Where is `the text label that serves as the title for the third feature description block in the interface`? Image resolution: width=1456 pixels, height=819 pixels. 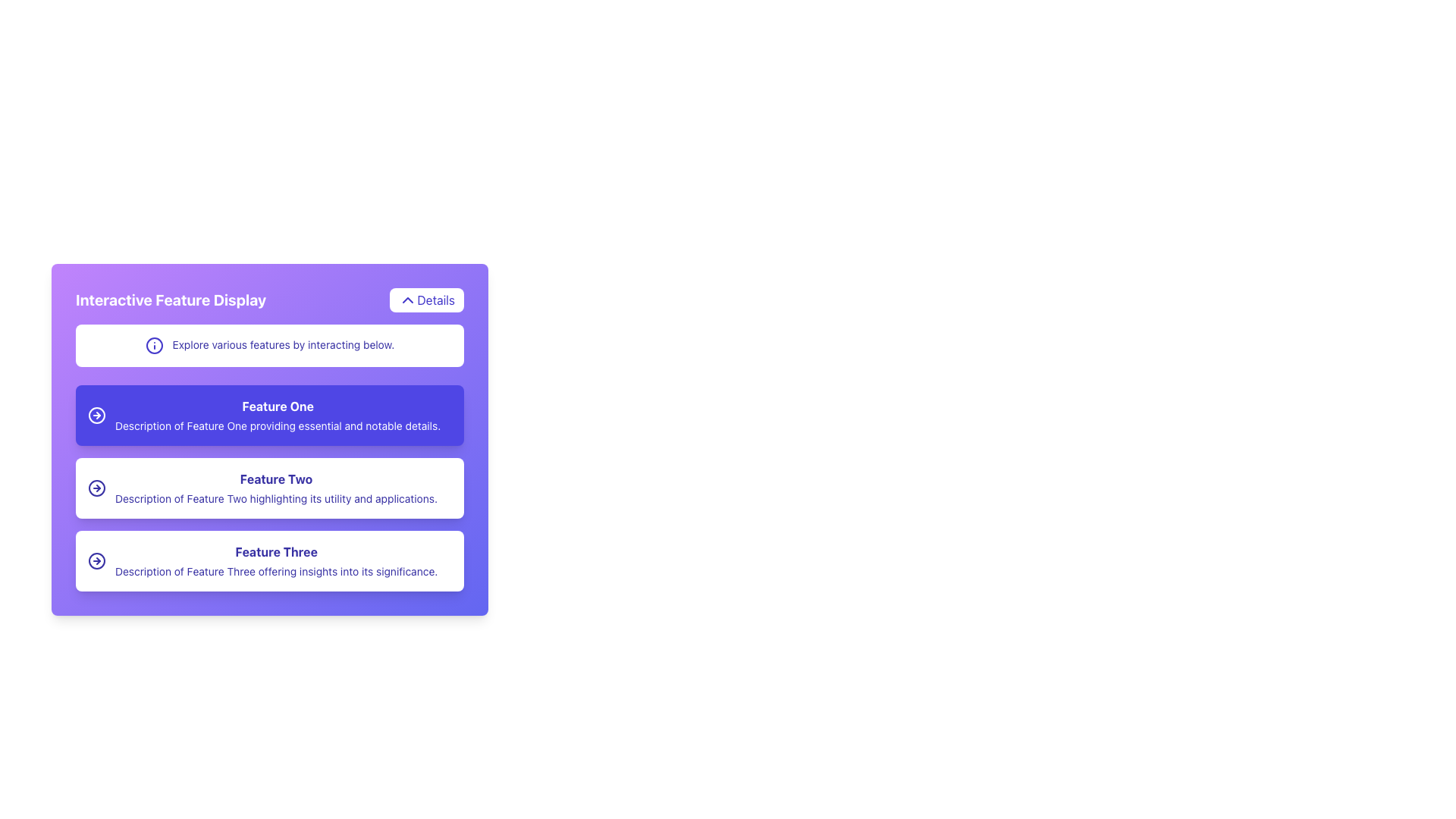
the text label that serves as the title for the third feature description block in the interface is located at coordinates (276, 552).